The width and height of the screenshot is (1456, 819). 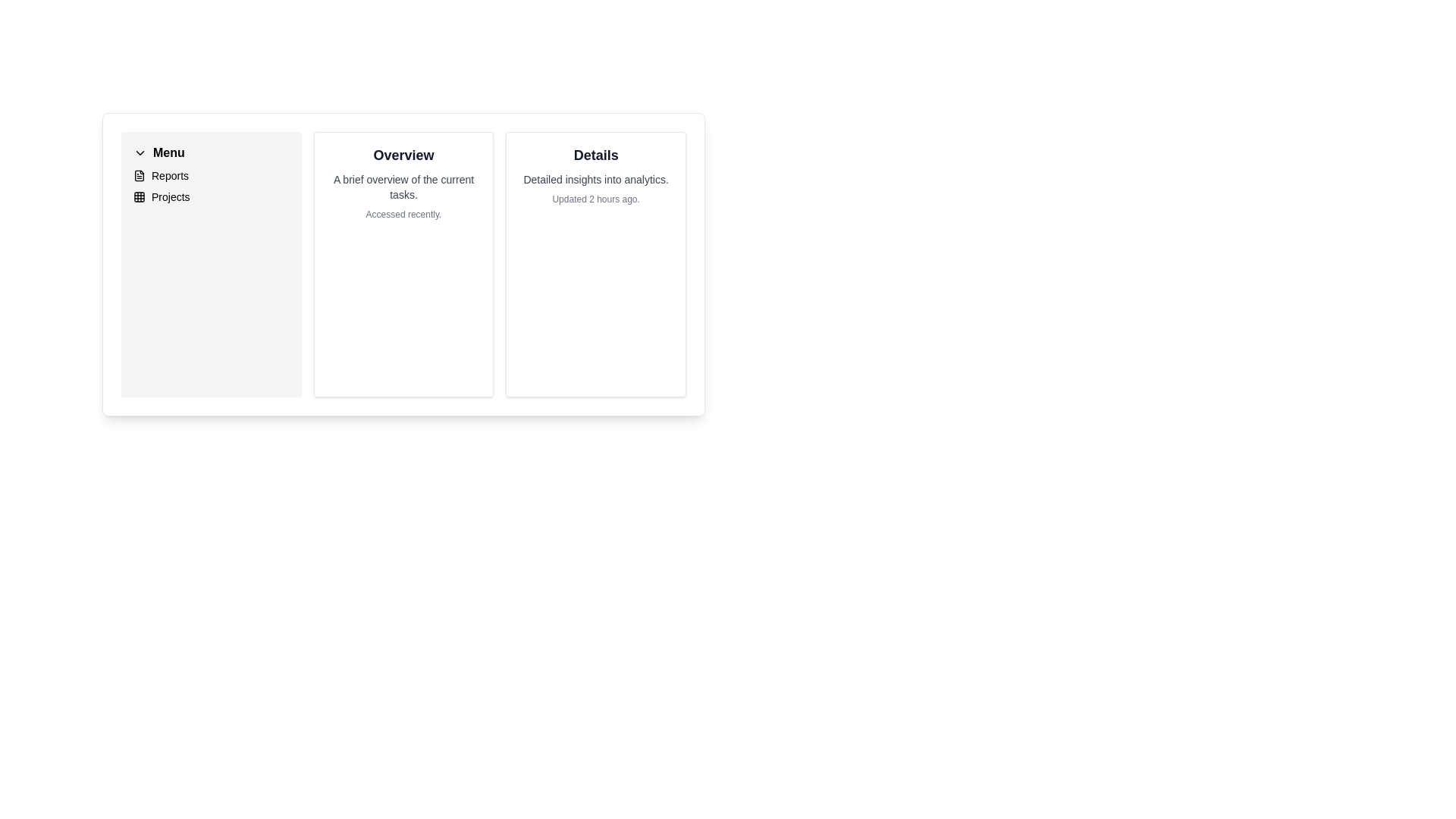 I want to click on the title text label that serves as a section overview, located at the top of the middle-aligned card, so click(x=403, y=155).